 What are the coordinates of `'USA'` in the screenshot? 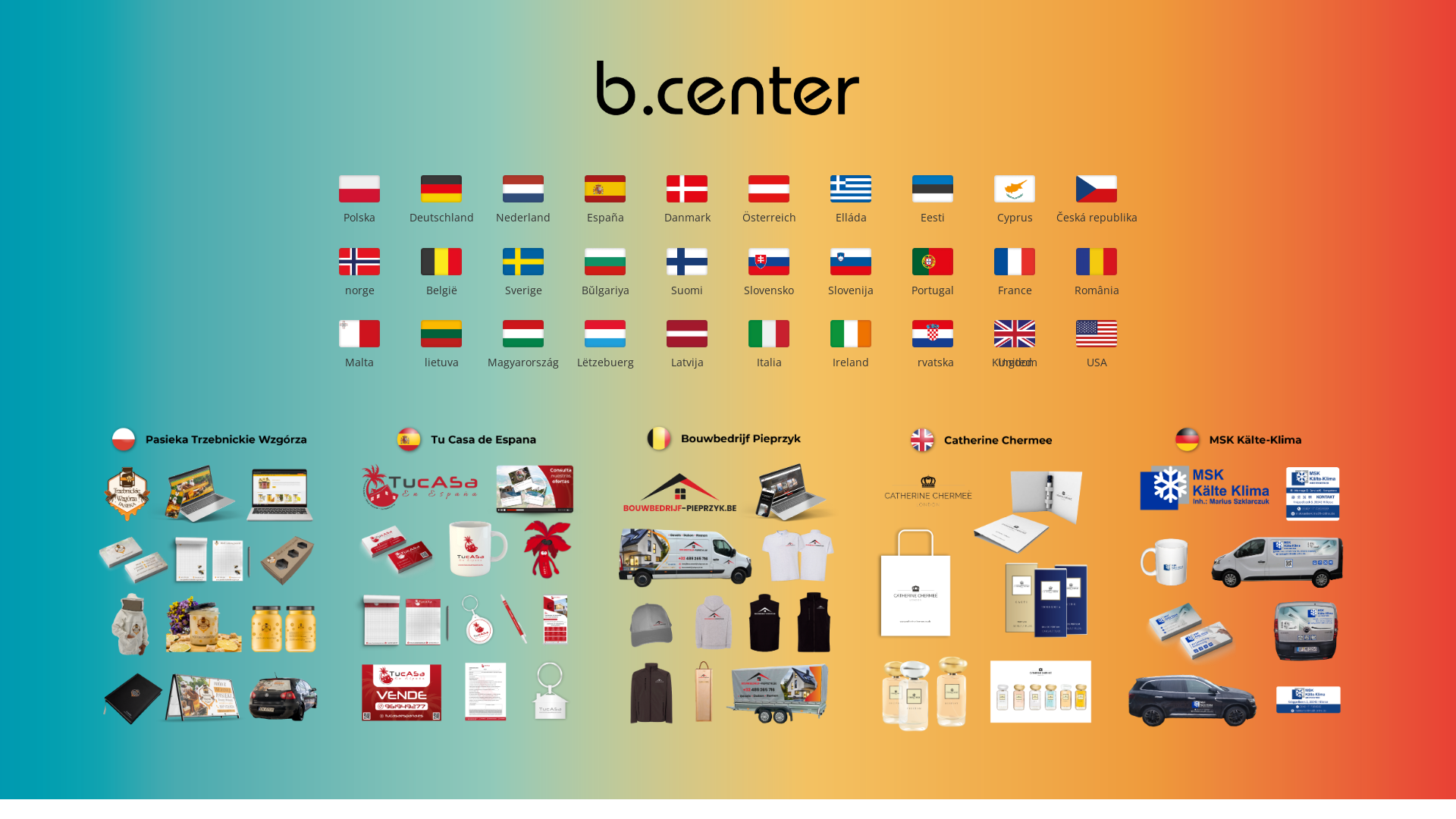 It's located at (1096, 362).